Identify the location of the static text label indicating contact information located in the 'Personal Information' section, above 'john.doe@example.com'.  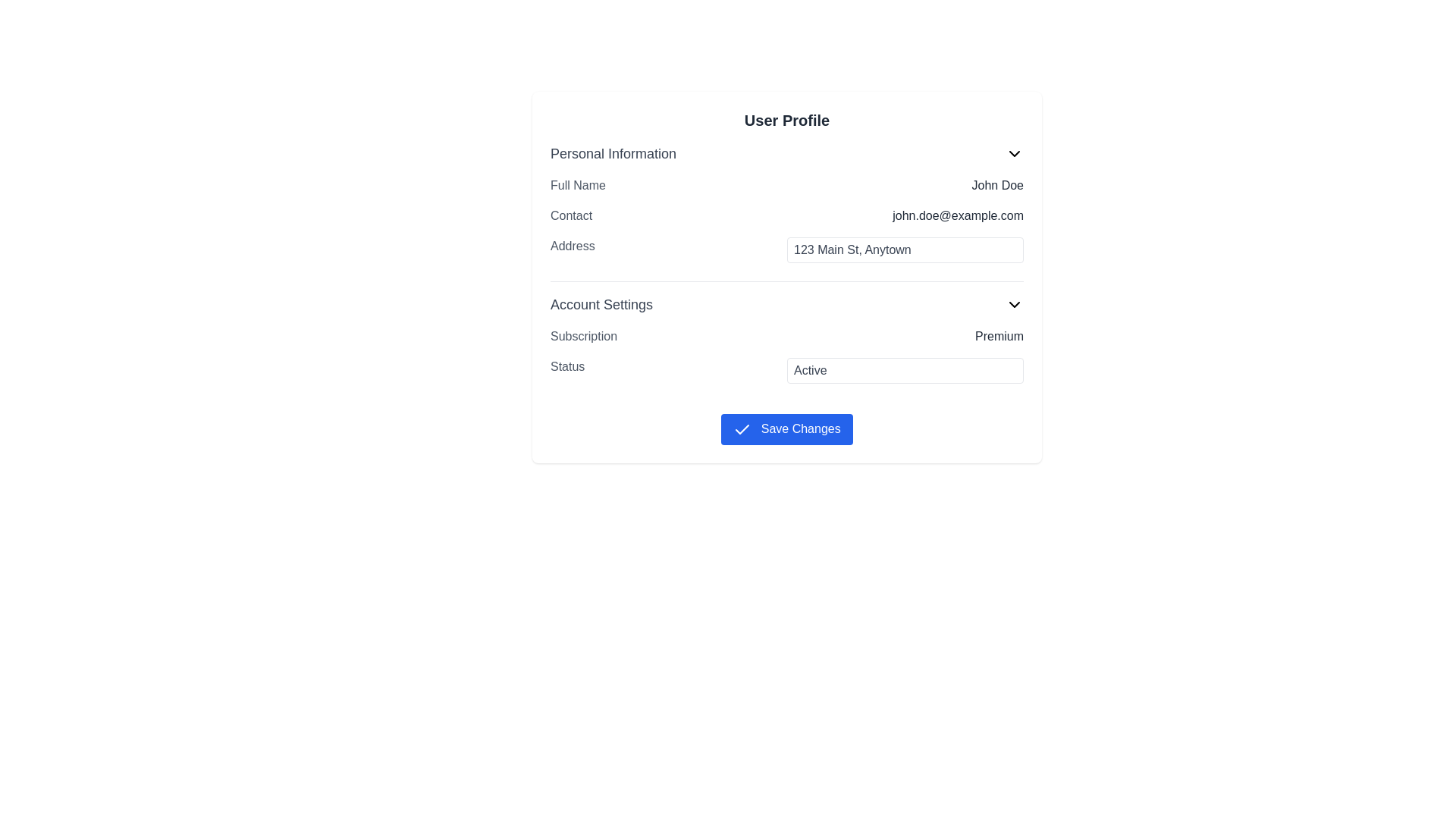
(570, 216).